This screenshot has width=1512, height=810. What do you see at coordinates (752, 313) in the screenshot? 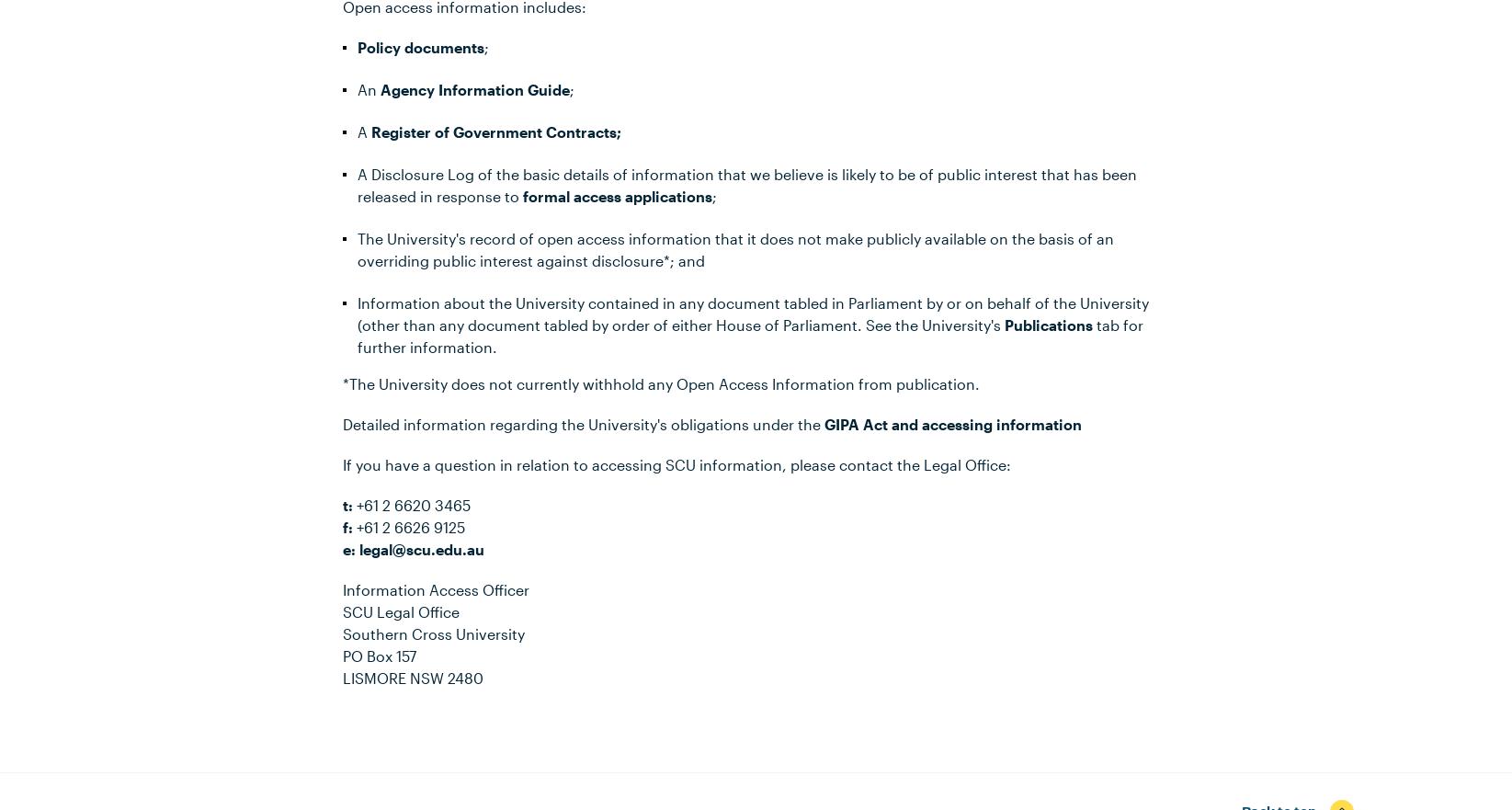
I see `'Information about the University contained in any document tabled in Parliament by or on behalf of the University (other than any document tabled by order of either House of Parliament. See the University's'` at bounding box center [752, 313].